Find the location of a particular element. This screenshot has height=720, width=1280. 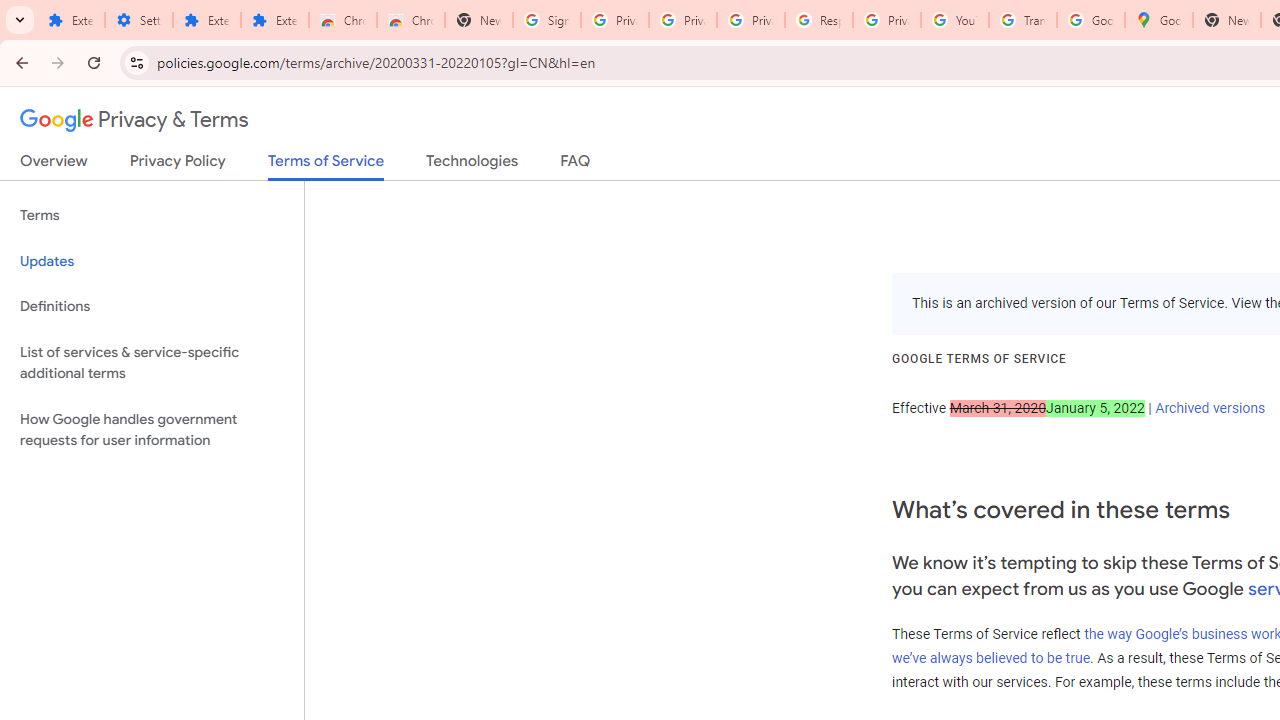

'Archived versions' is located at coordinates (1209, 406).